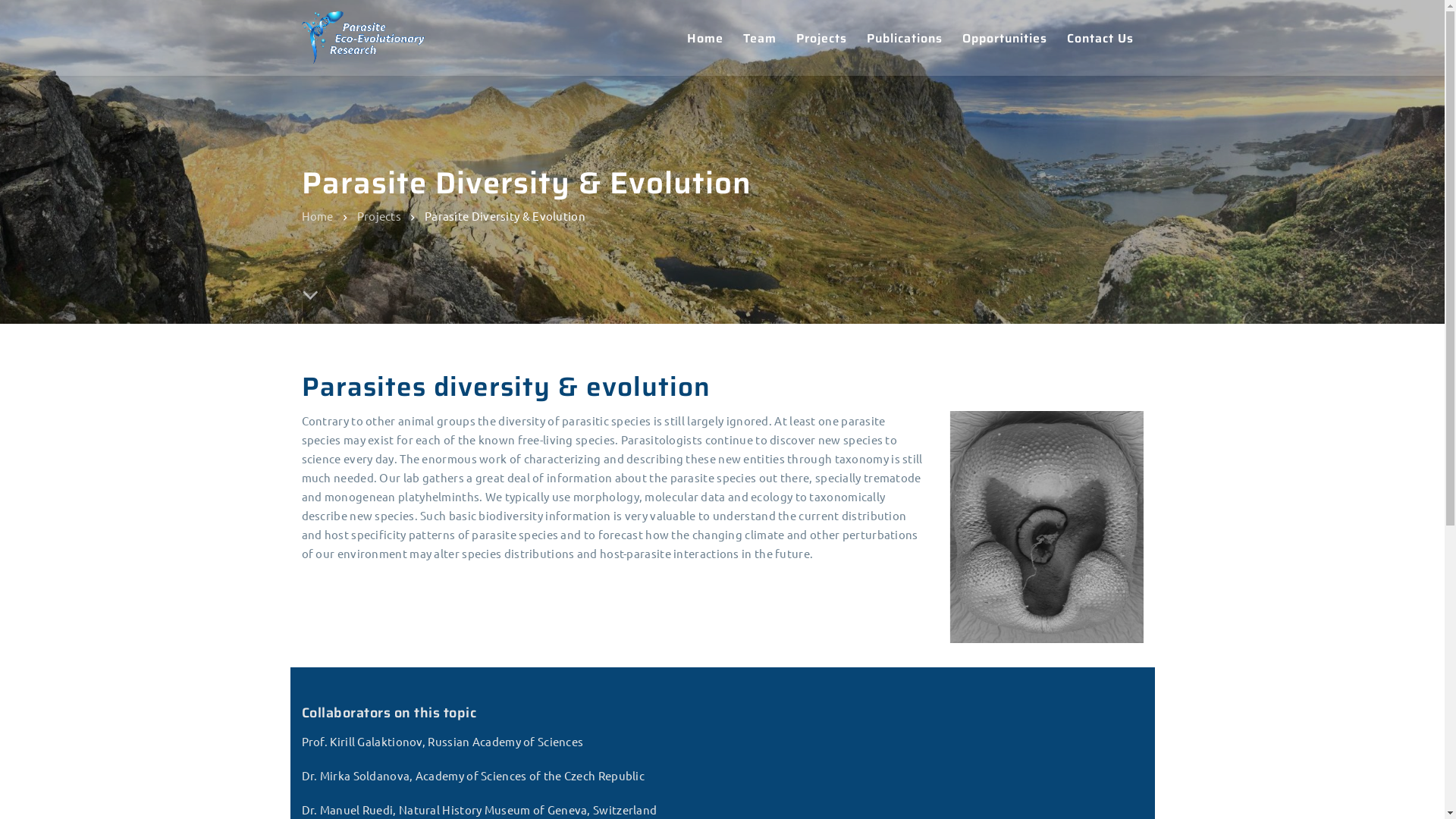 This screenshot has width=1456, height=819. What do you see at coordinates (641, 709) in the screenshot?
I see `'Opportunities'` at bounding box center [641, 709].